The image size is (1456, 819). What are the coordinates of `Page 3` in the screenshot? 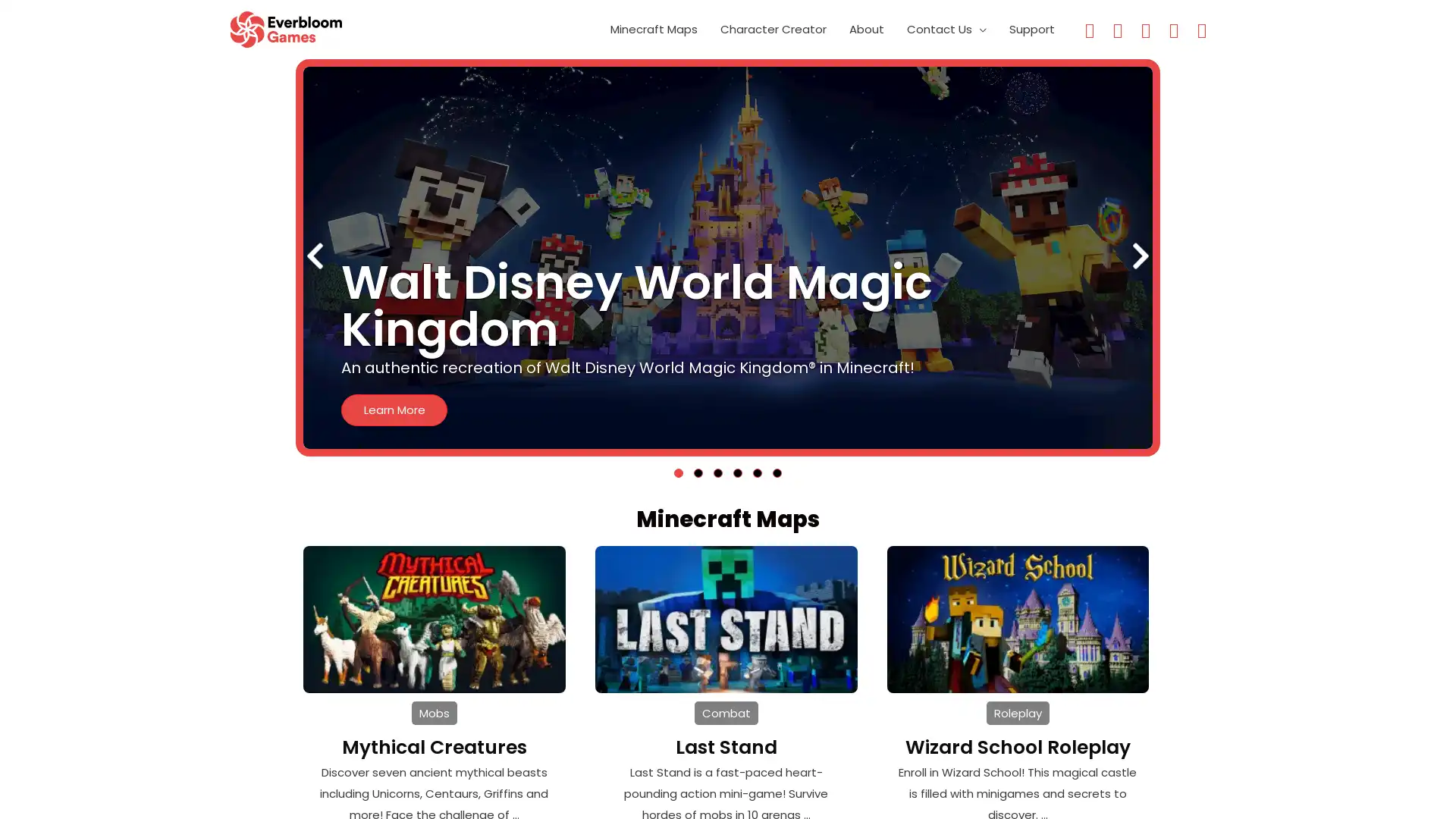 It's located at (717, 472).